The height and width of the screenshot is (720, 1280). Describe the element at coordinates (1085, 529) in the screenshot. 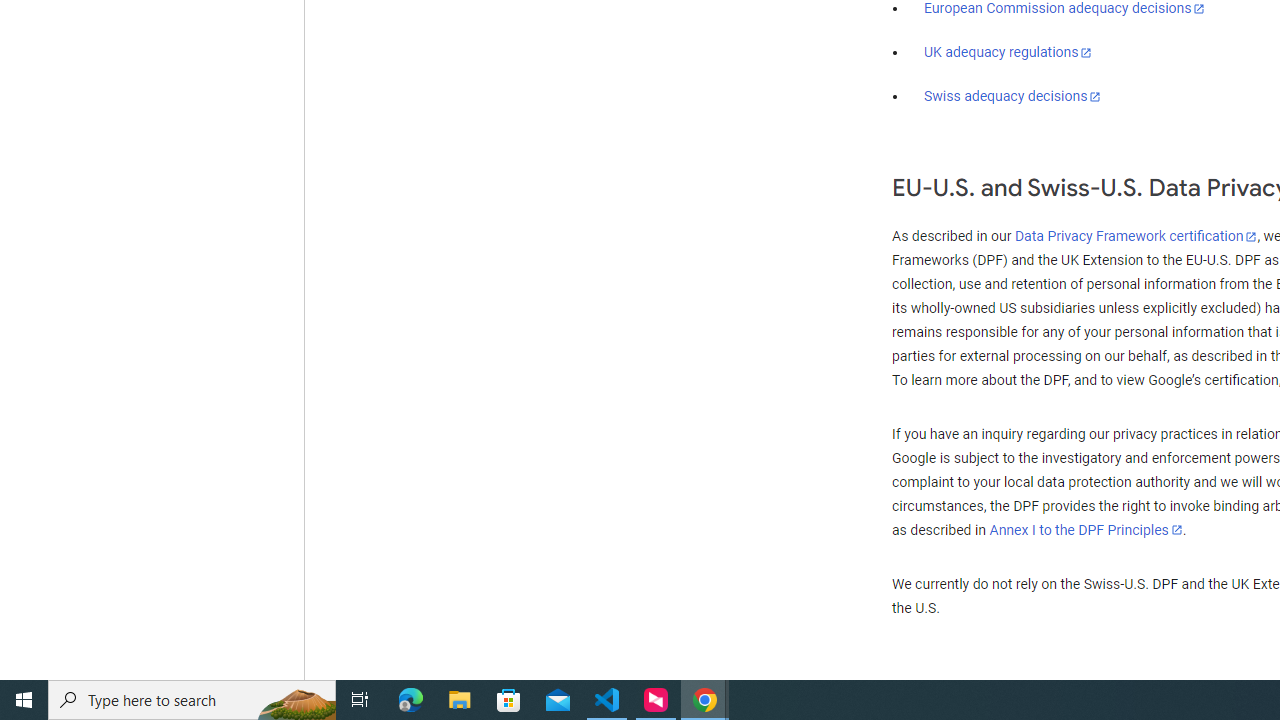

I see `'Annex I to the DPF Principles'` at that location.